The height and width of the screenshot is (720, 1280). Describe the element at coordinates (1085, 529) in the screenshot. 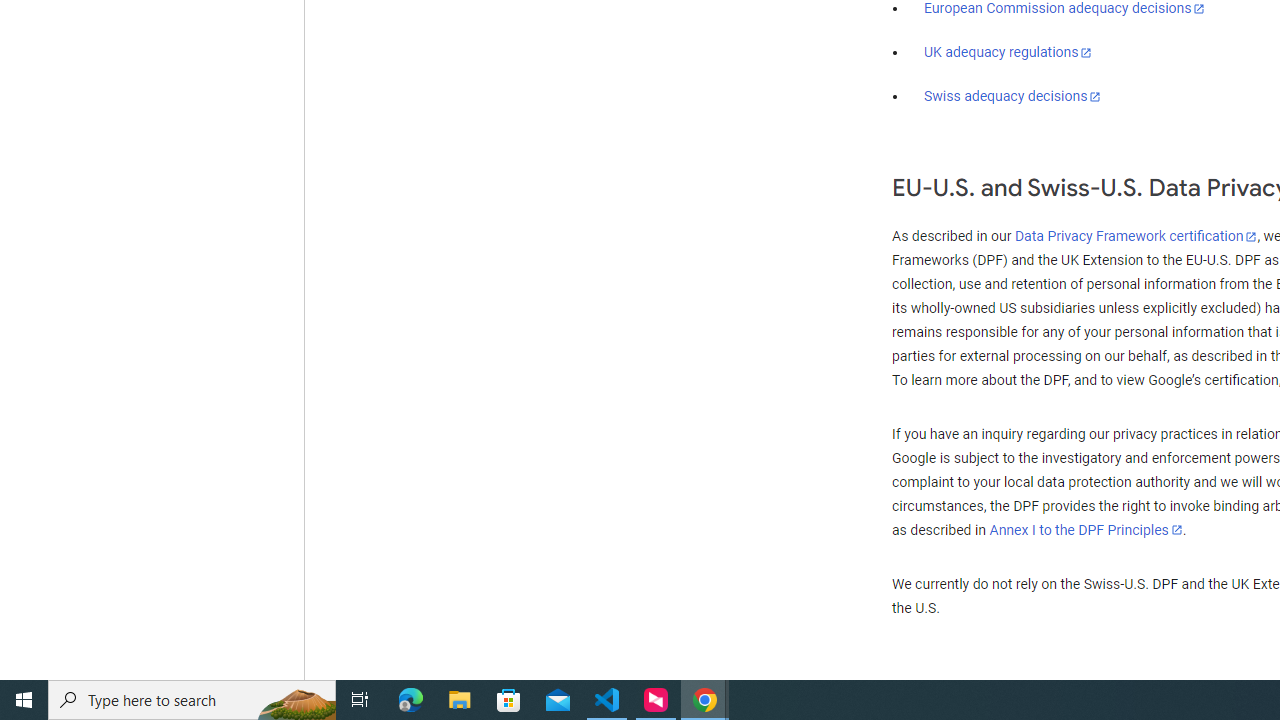

I see `'Annex I to the DPF Principles'` at that location.